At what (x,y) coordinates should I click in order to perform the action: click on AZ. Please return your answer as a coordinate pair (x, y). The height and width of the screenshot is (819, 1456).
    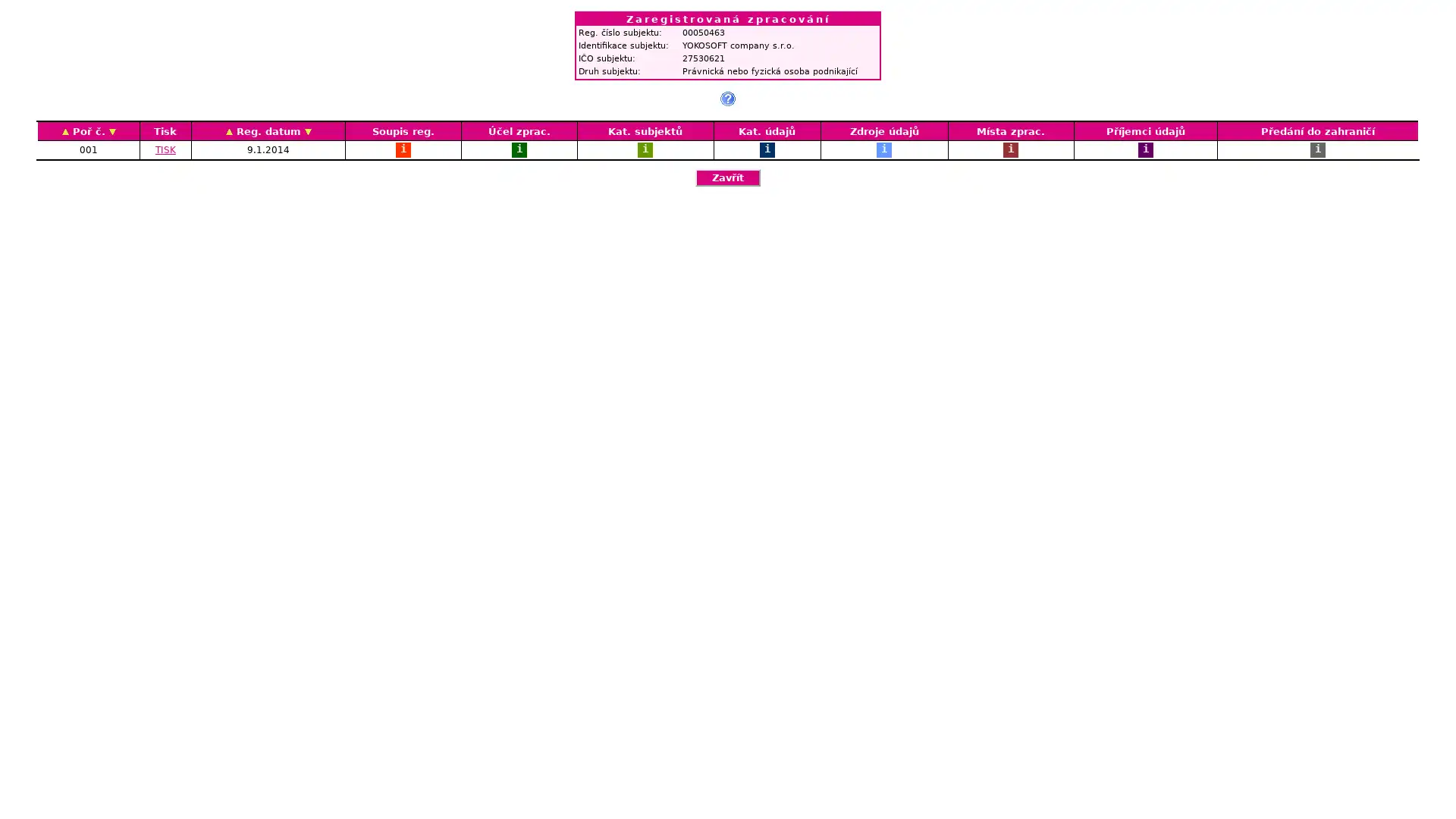
    Looking at the image, I should click on (64, 130).